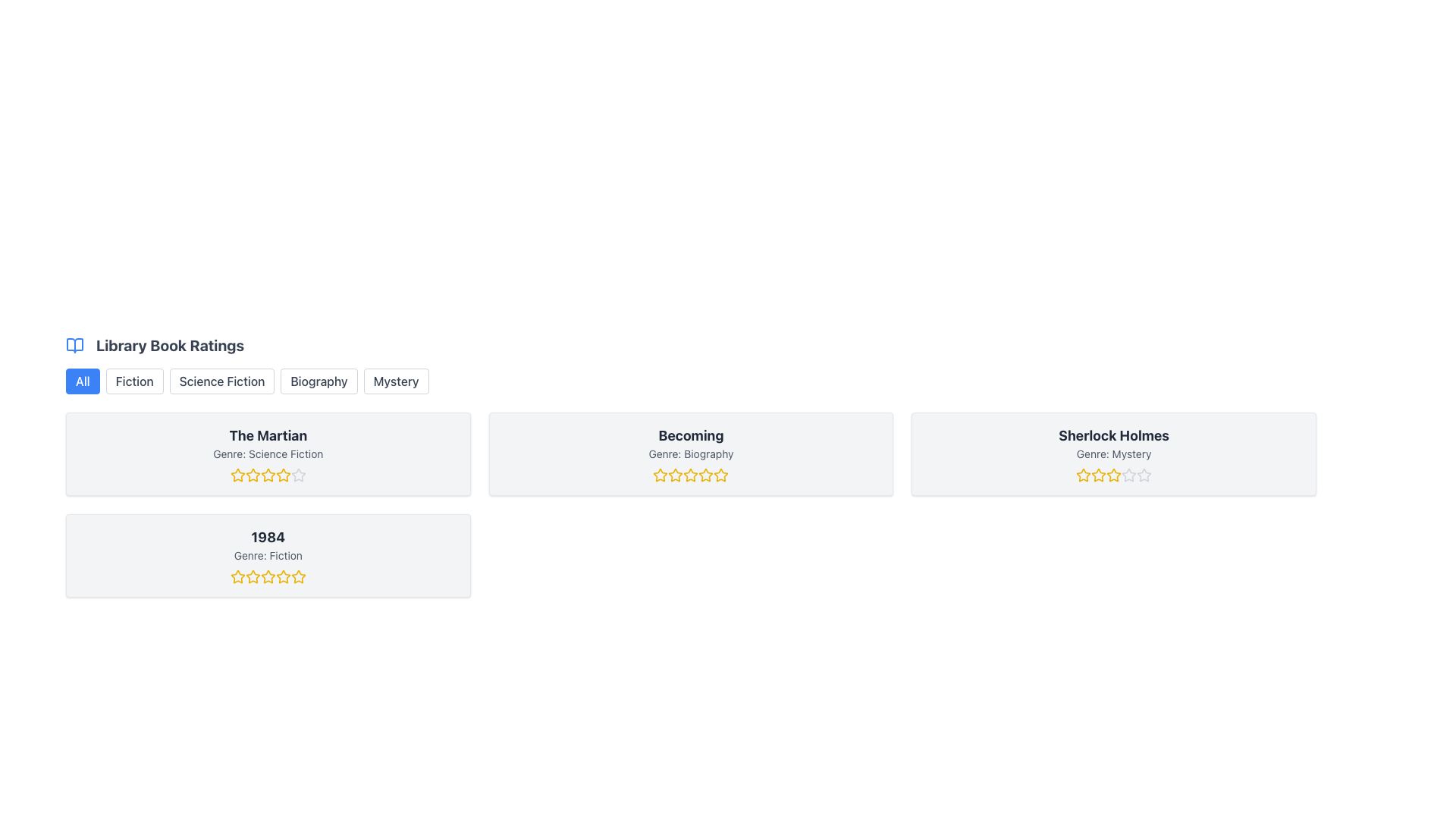 This screenshot has height=819, width=1456. What do you see at coordinates (705, 475) in the screenshot?
I see `the fifth star icon in the rating interface for the book 'Becoming'` at bounding box center [705, 475].